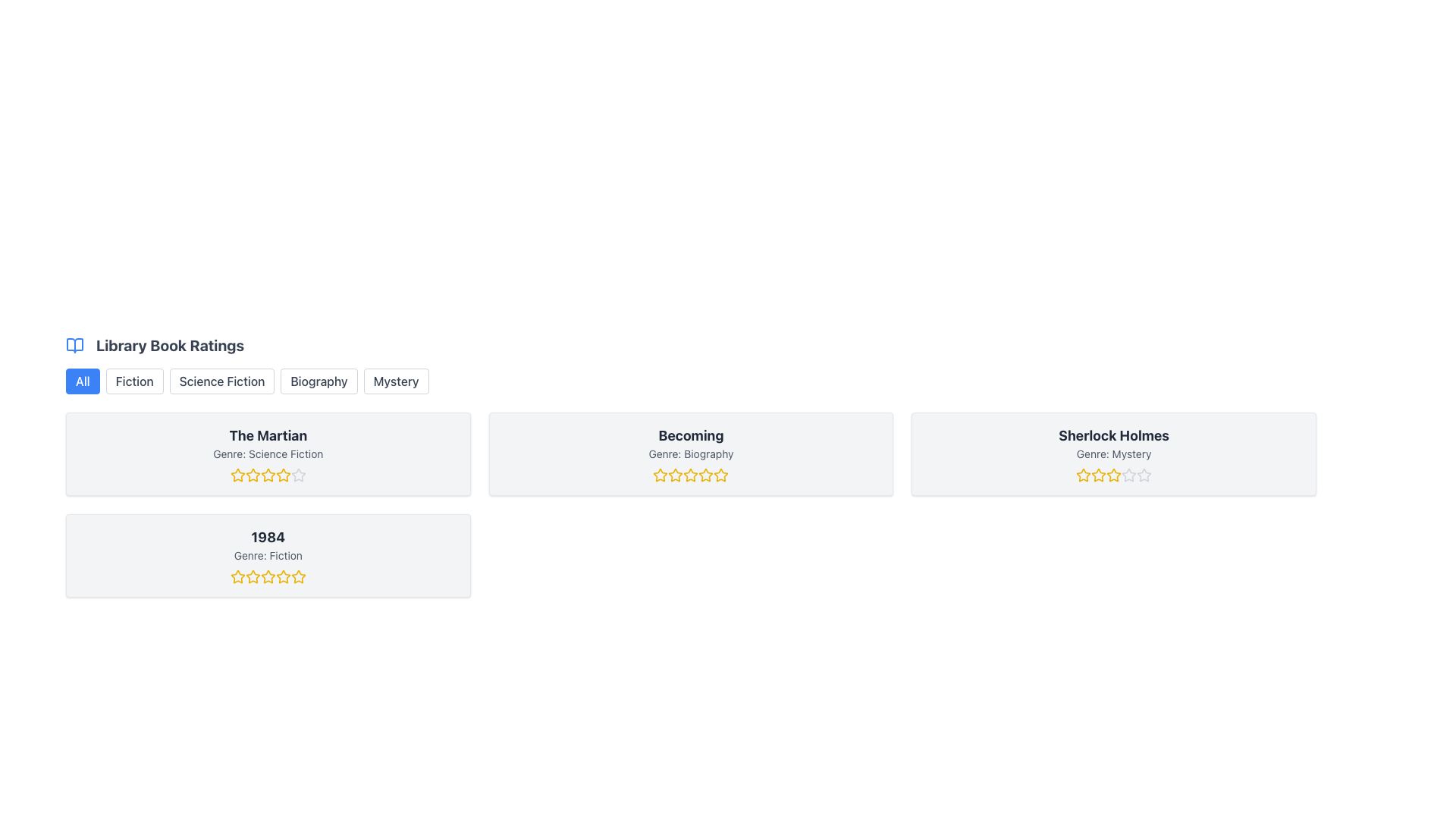 This screenshot has height=819, width=1456. What do you see at coordinates (705, 475) in the screenshot?
I see `the fifth star icon in the rating interface for the book 'Becoming'` at bounding box center [705, 475].